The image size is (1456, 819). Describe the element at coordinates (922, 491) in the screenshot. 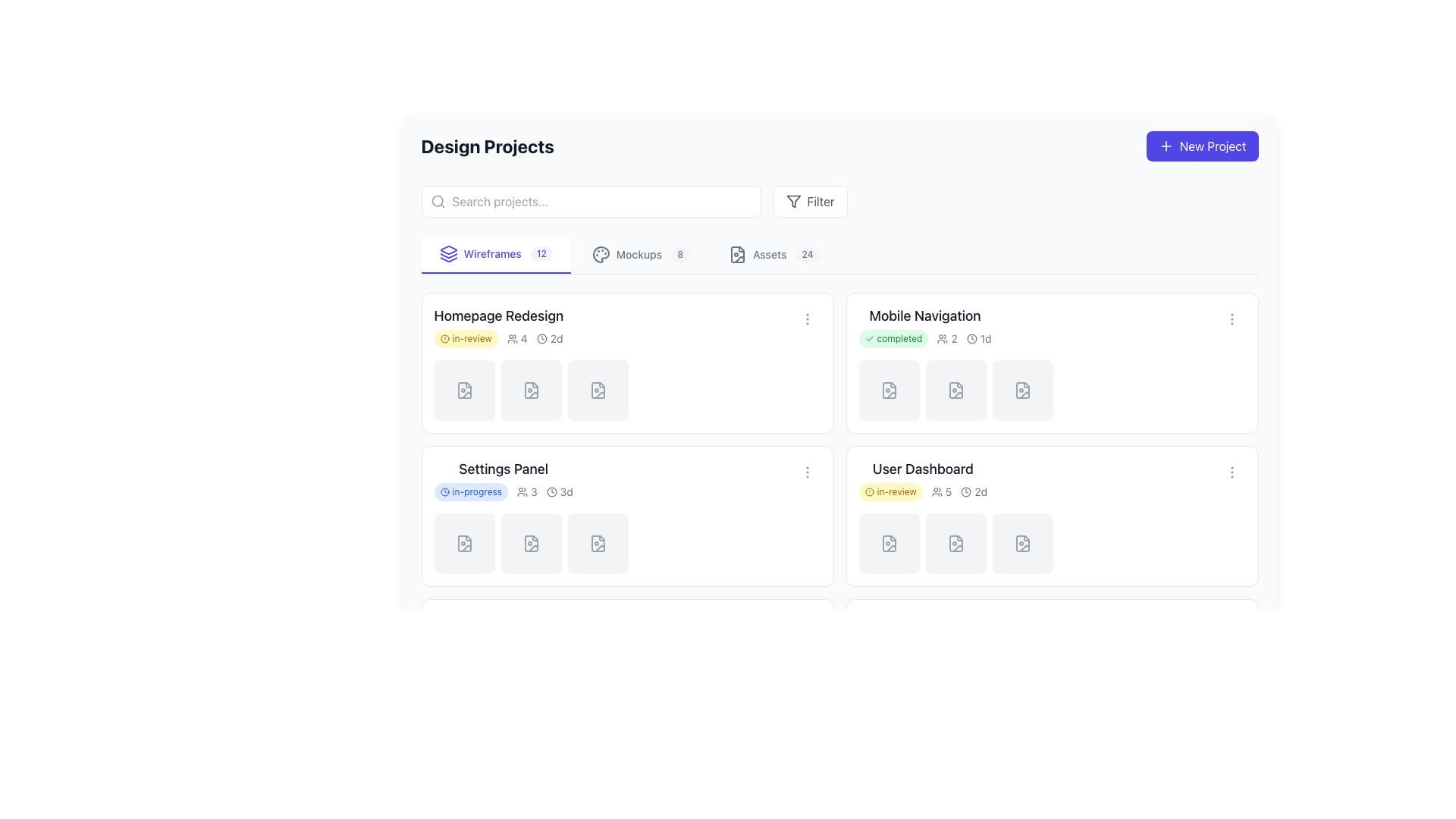

I see `status indication from the 'in-review' Status Label located in the lower part of the 'User Dashboard' card, positioned in the rightmost column of the grid layout, just below the title 'User Dashboard'` at that location.